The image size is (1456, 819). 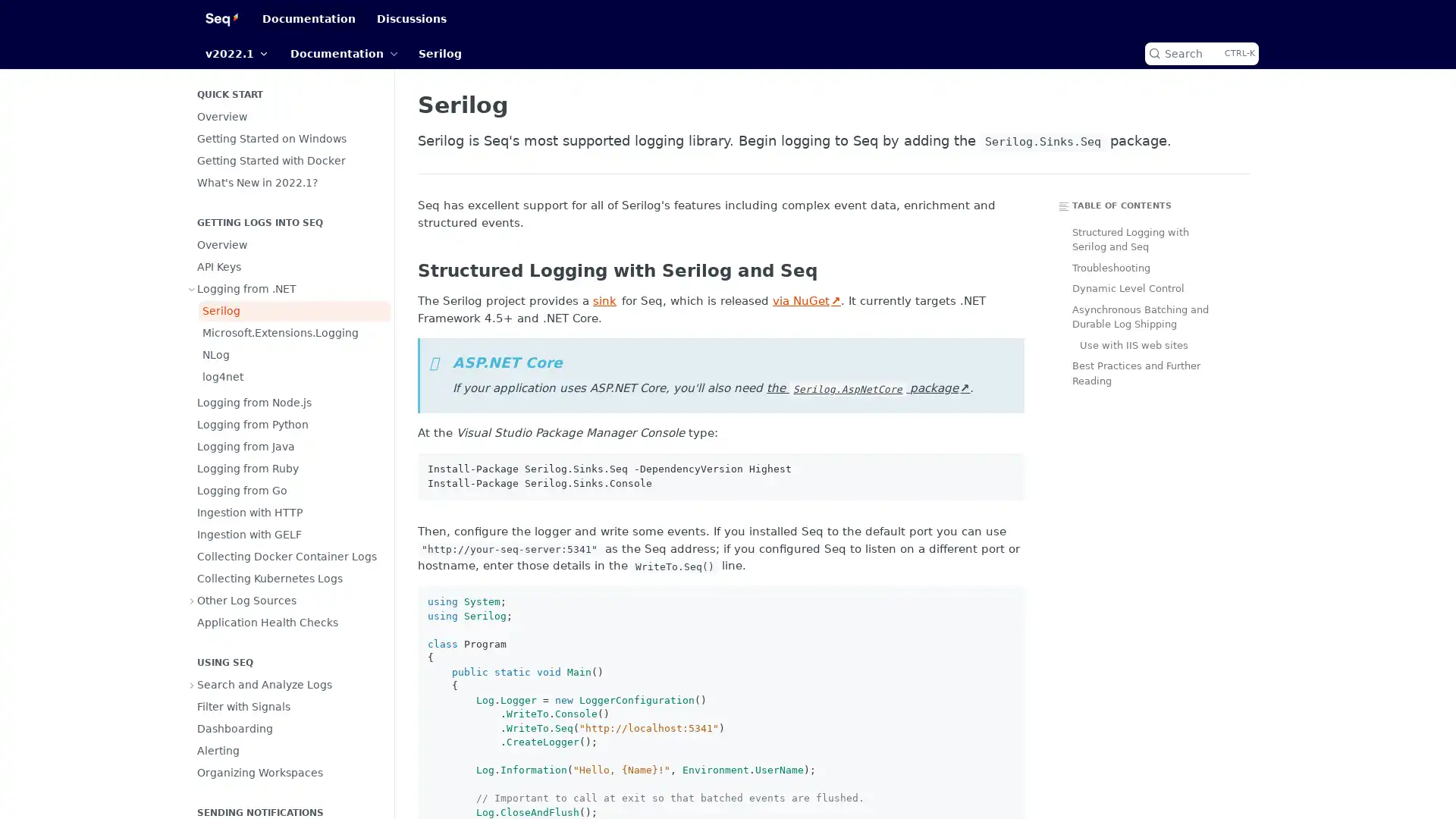 What do you see at coordinates (192, 599) in the screenshot?
I see `Show subpages for Other Log Sources` at bounding box center [192, 599].